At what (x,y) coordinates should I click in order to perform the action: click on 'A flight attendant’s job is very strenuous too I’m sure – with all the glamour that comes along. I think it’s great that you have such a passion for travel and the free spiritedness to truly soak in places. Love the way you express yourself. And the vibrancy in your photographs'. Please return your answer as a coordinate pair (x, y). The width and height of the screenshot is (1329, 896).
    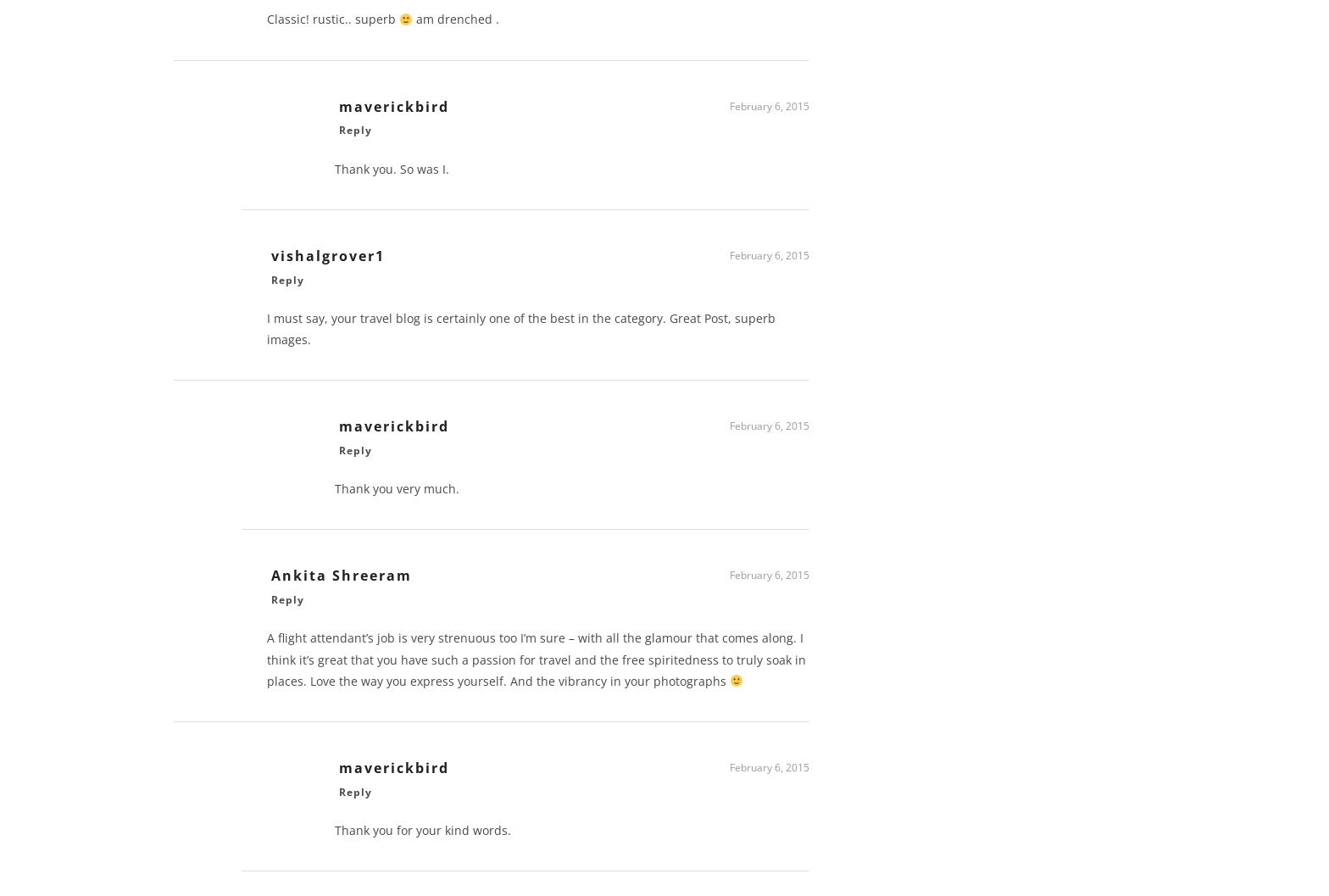
    Looking at the image, I should click on (537, 665).